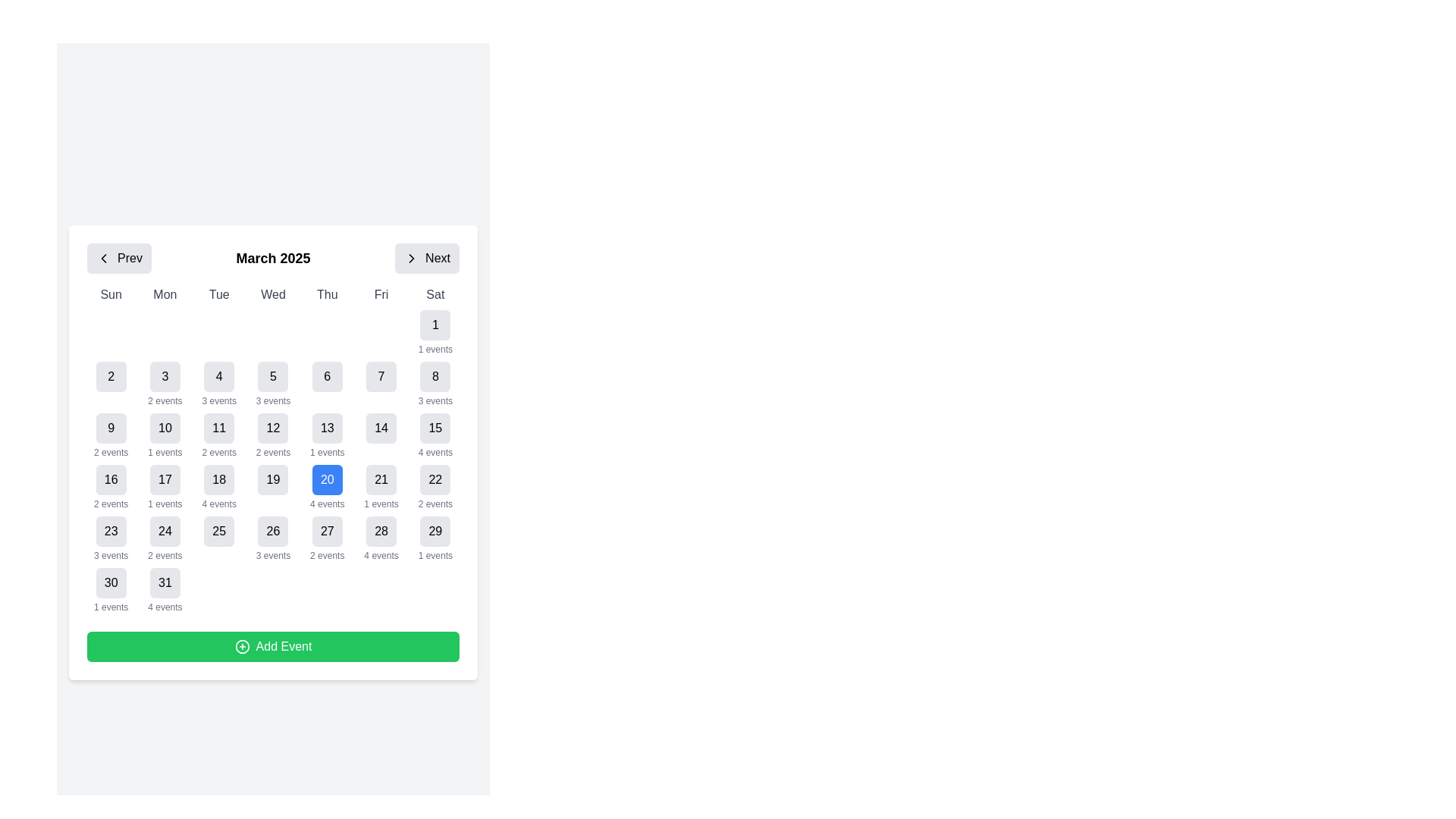  What do you see at coordinates (326, 332) in the screenshot?
I see `the graphical marker located` at bounding box center [326, 332].